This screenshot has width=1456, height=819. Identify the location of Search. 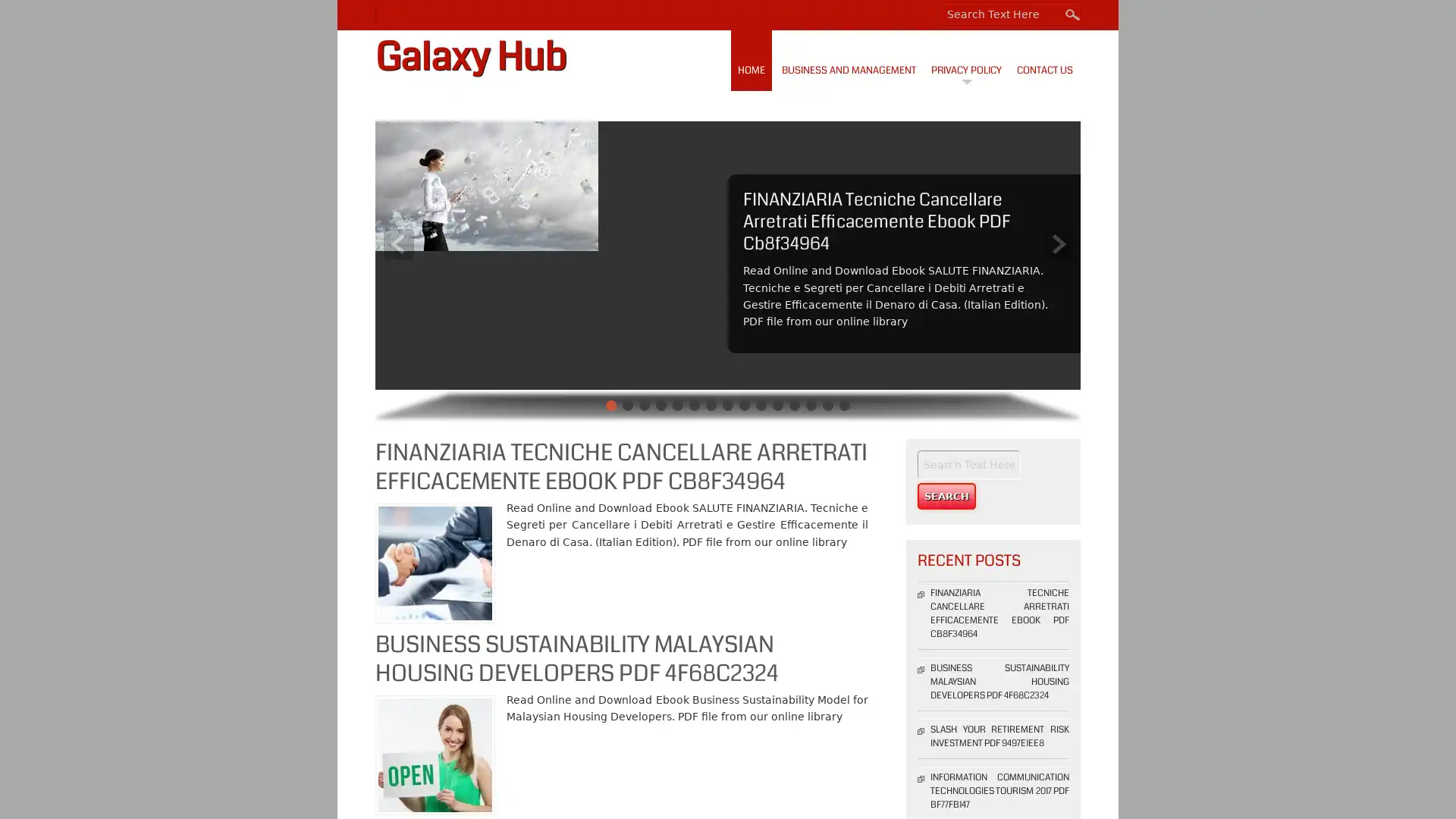
(946, 496).